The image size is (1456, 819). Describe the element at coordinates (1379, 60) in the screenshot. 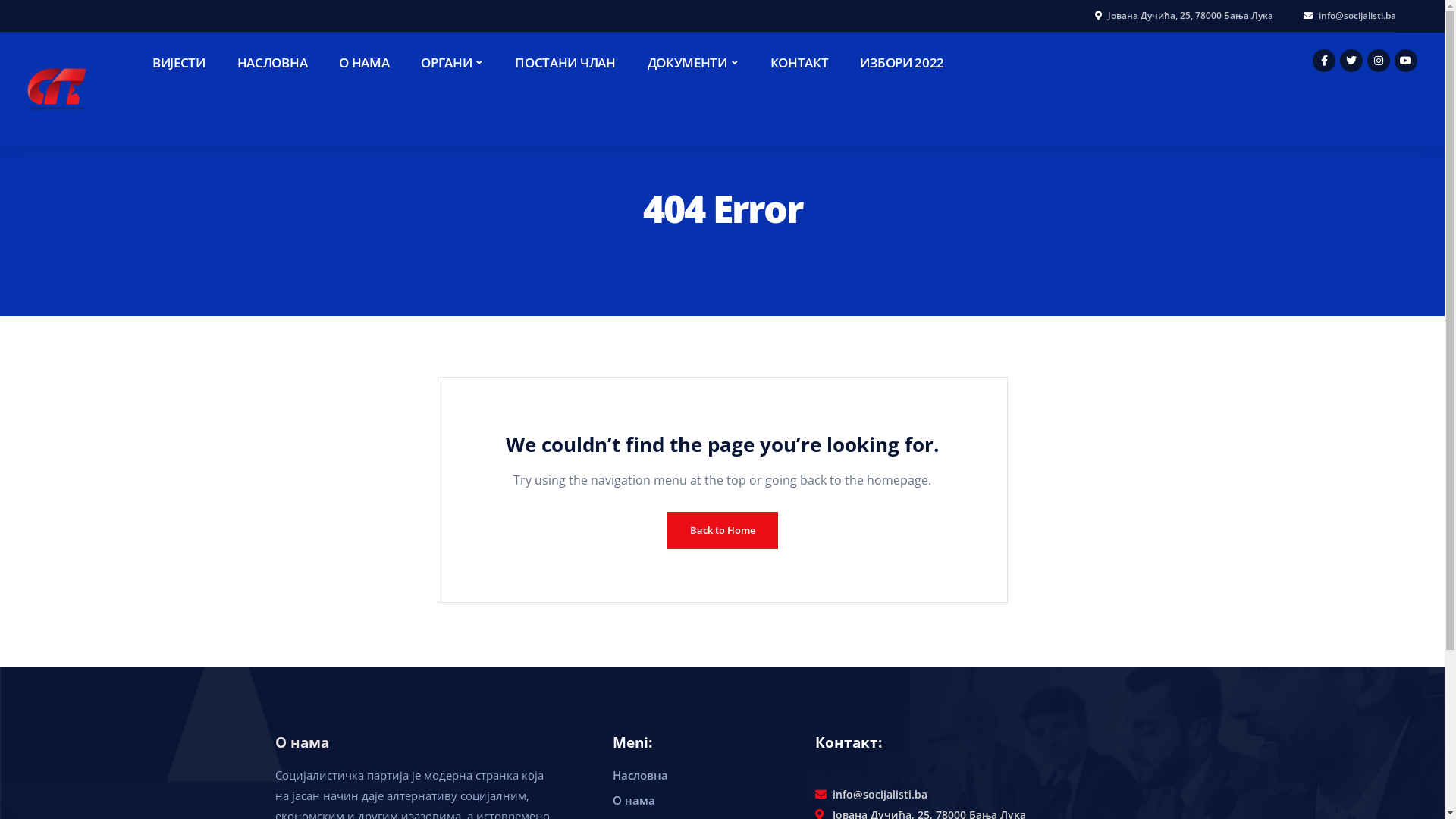

I see `'Instagram'` at that location.